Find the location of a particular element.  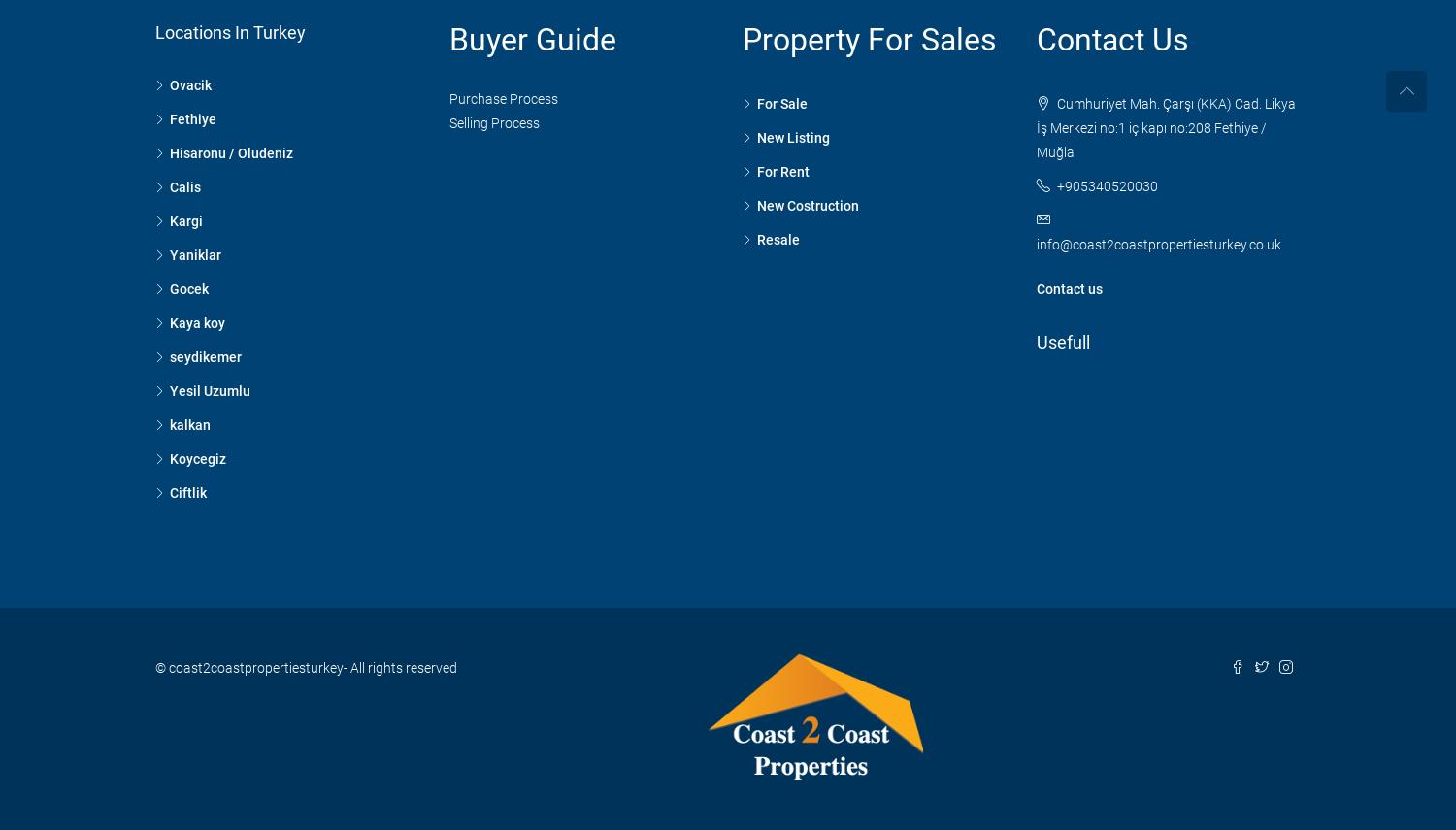

'info@coast2coastpropertiesturkey.co.uk' is located at coordinates (1156, 243).